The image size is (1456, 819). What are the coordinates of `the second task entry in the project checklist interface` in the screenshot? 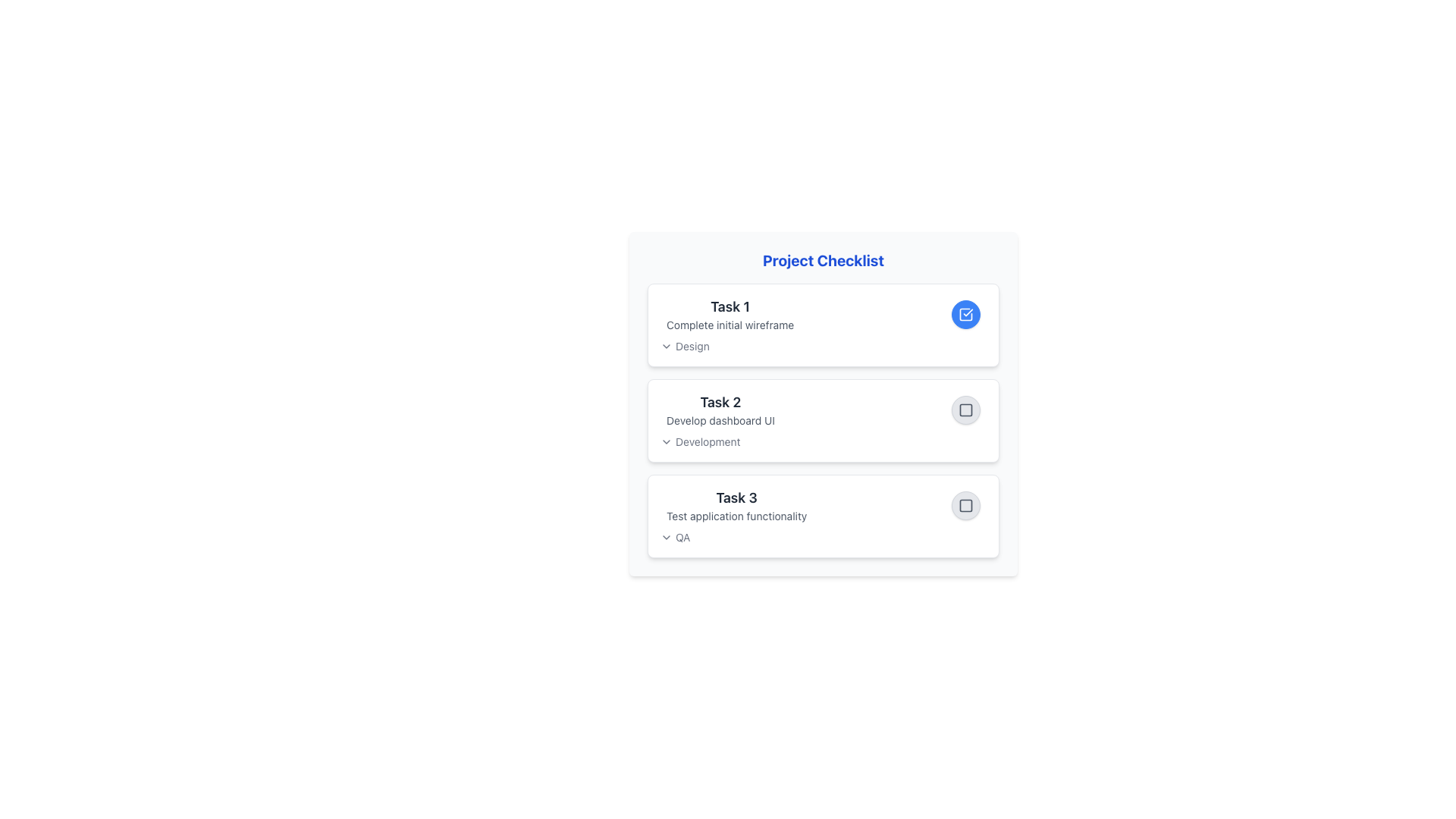 It's located at (822, 409).